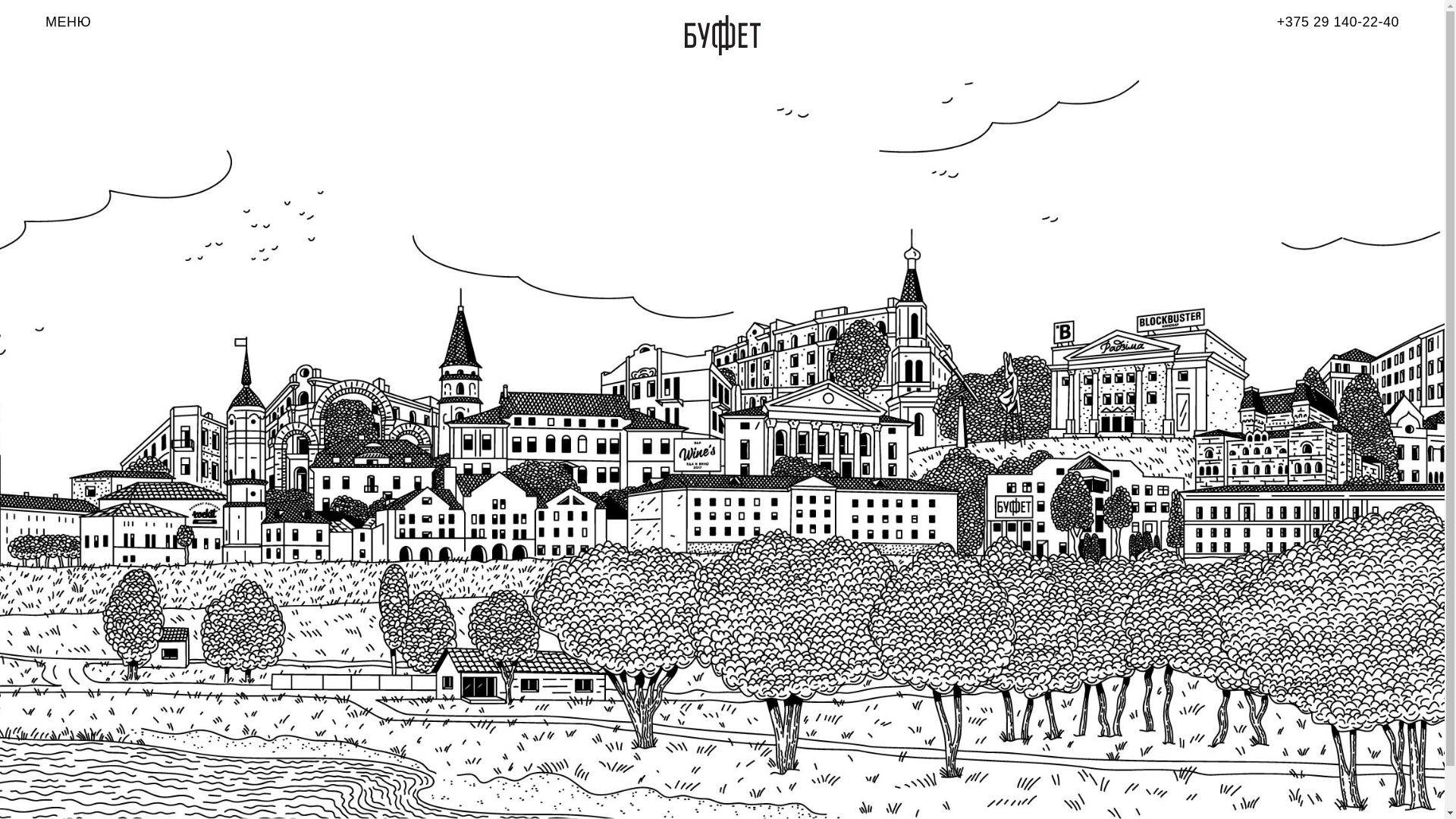  Describe the element at coordinates (1338, 22) in the screenshot. I see `'+375 29 140-22-40'` at that location.